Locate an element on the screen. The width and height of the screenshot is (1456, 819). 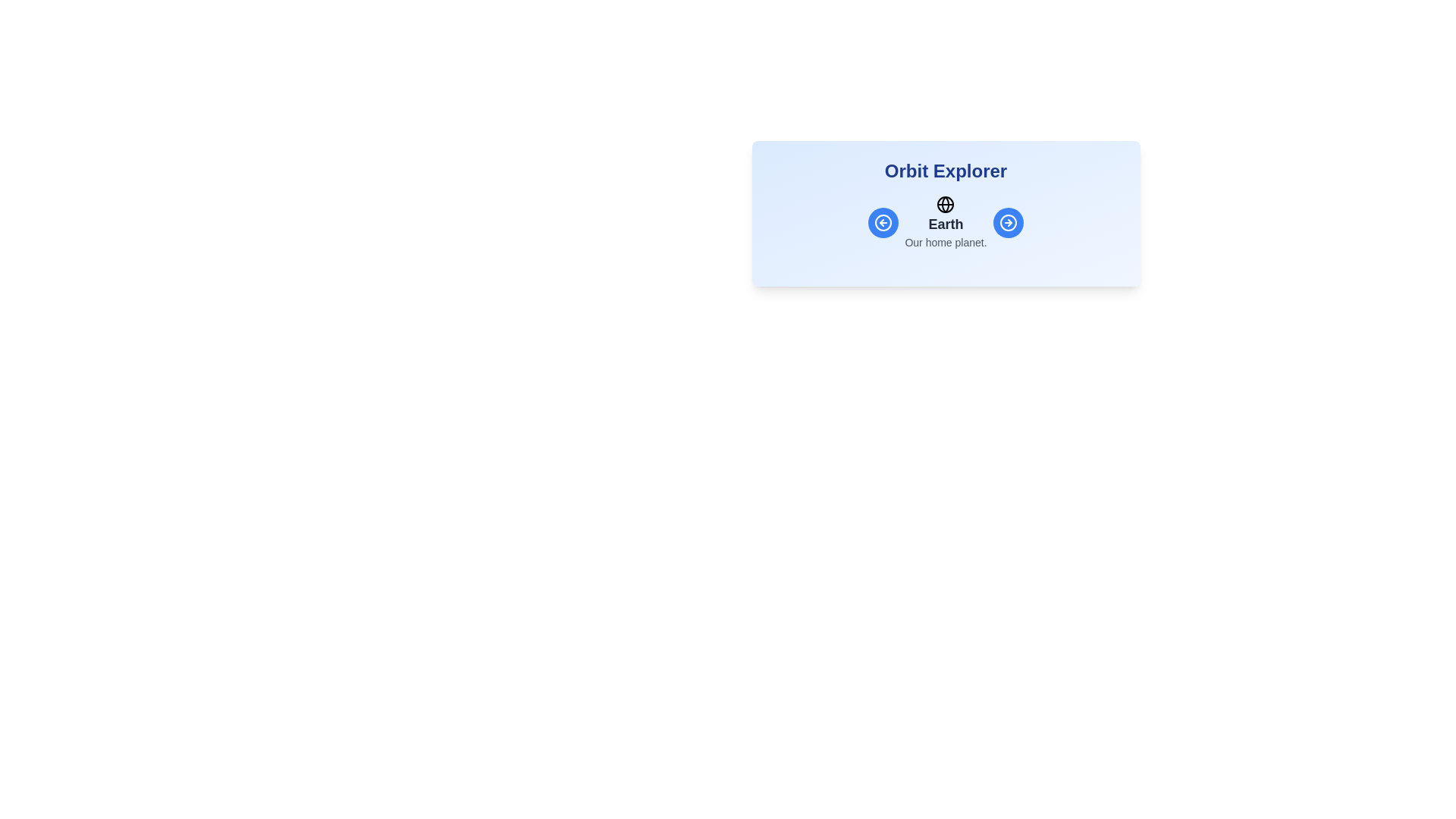
the leftward arrow circular icon button within the 'Orbit Explorer' section is located at coordinates (883, 222).